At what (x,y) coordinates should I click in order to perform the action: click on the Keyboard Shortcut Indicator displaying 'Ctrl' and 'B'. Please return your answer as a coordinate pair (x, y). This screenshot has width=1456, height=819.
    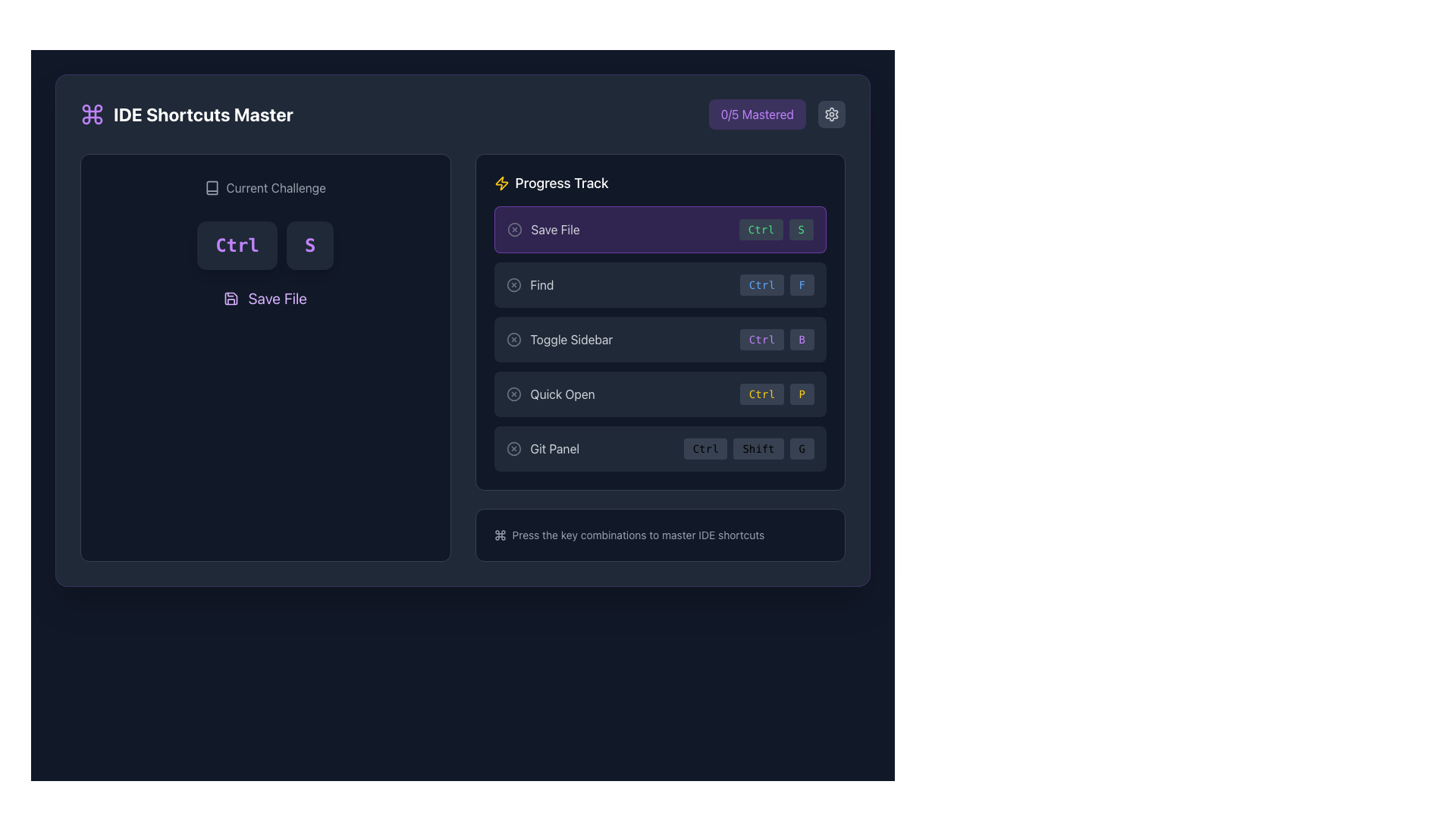
    Looking at the image, I should click on (777, 338).